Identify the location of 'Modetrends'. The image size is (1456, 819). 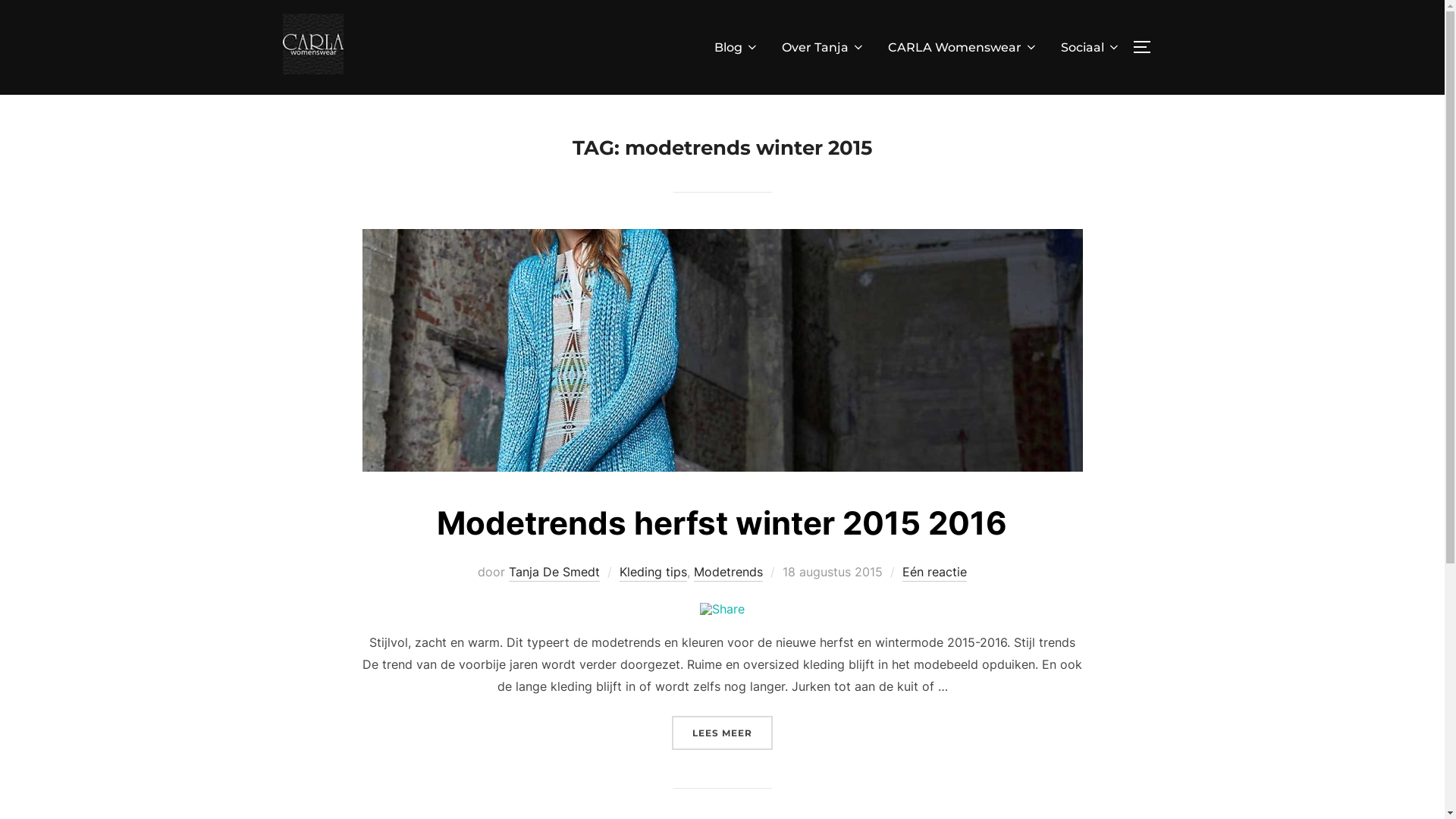
(728, 573).